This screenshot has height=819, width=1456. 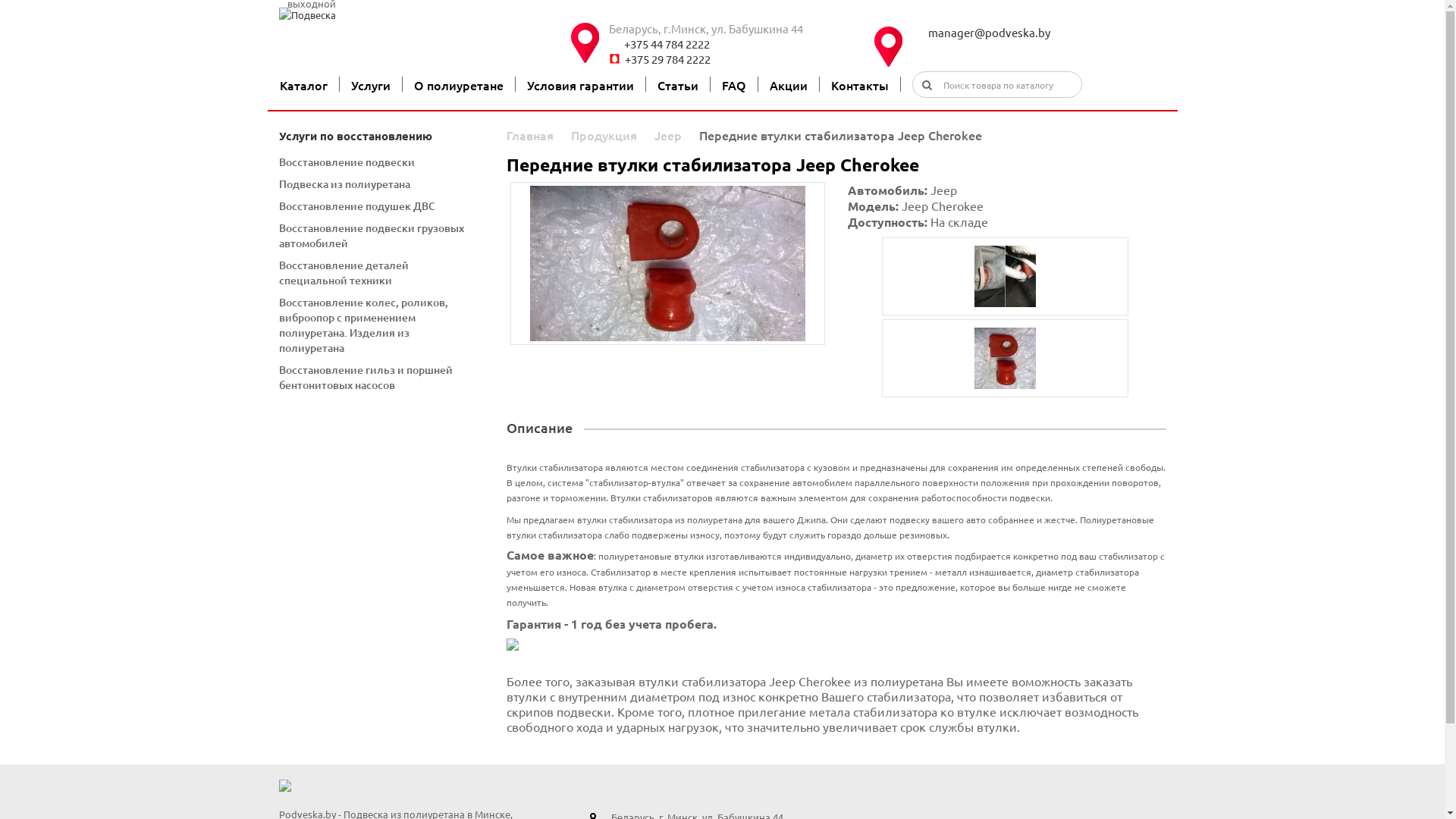 What do you see at coordinates (741, 42) in the screenshot?
I see `'+375 44 784 2222'` at bounding box center [741, 42].